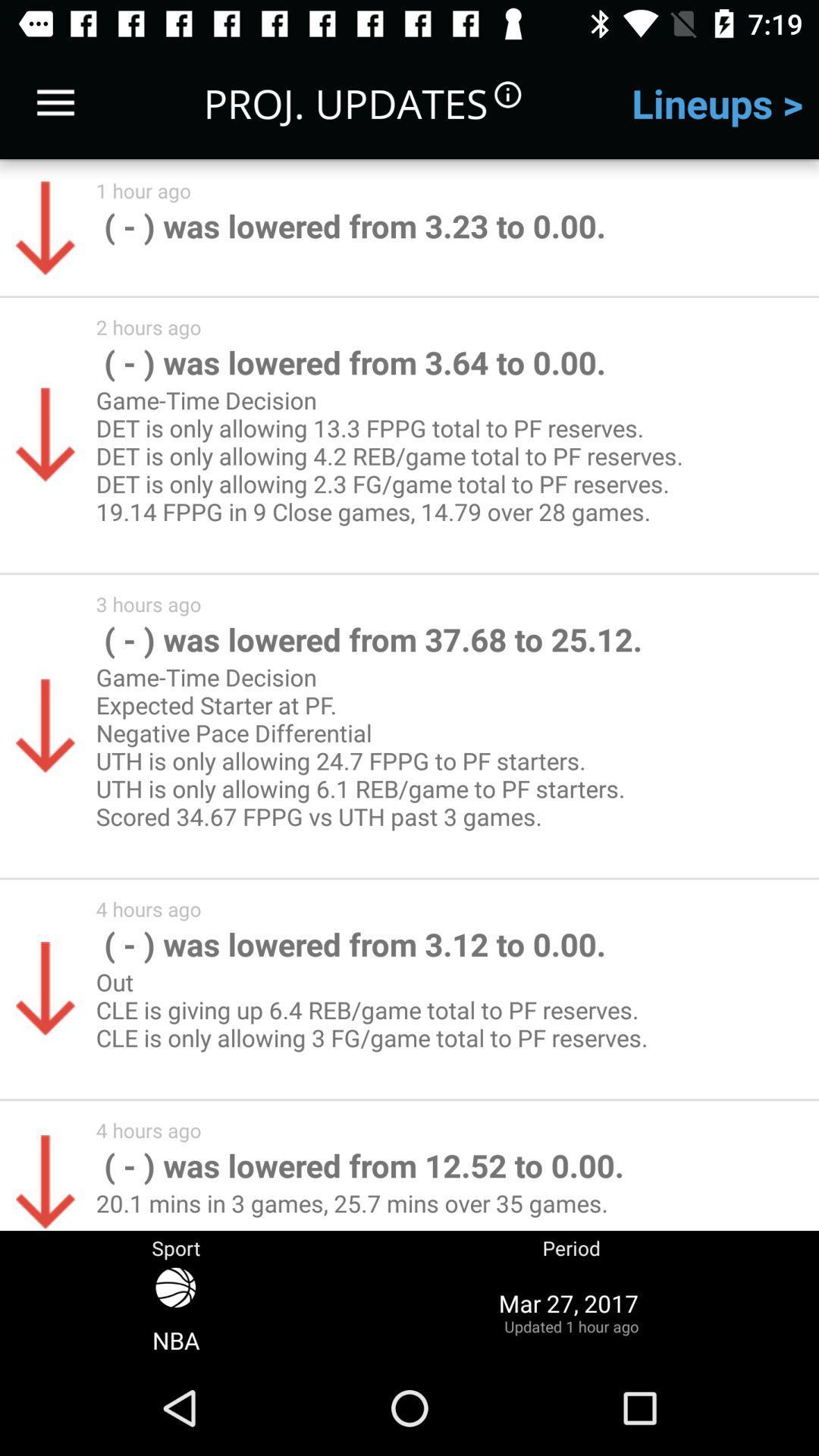 Image resolution: width=819 pixels, height=1456 pixels. I want to click on the out cle is item, so click(378, 1024).